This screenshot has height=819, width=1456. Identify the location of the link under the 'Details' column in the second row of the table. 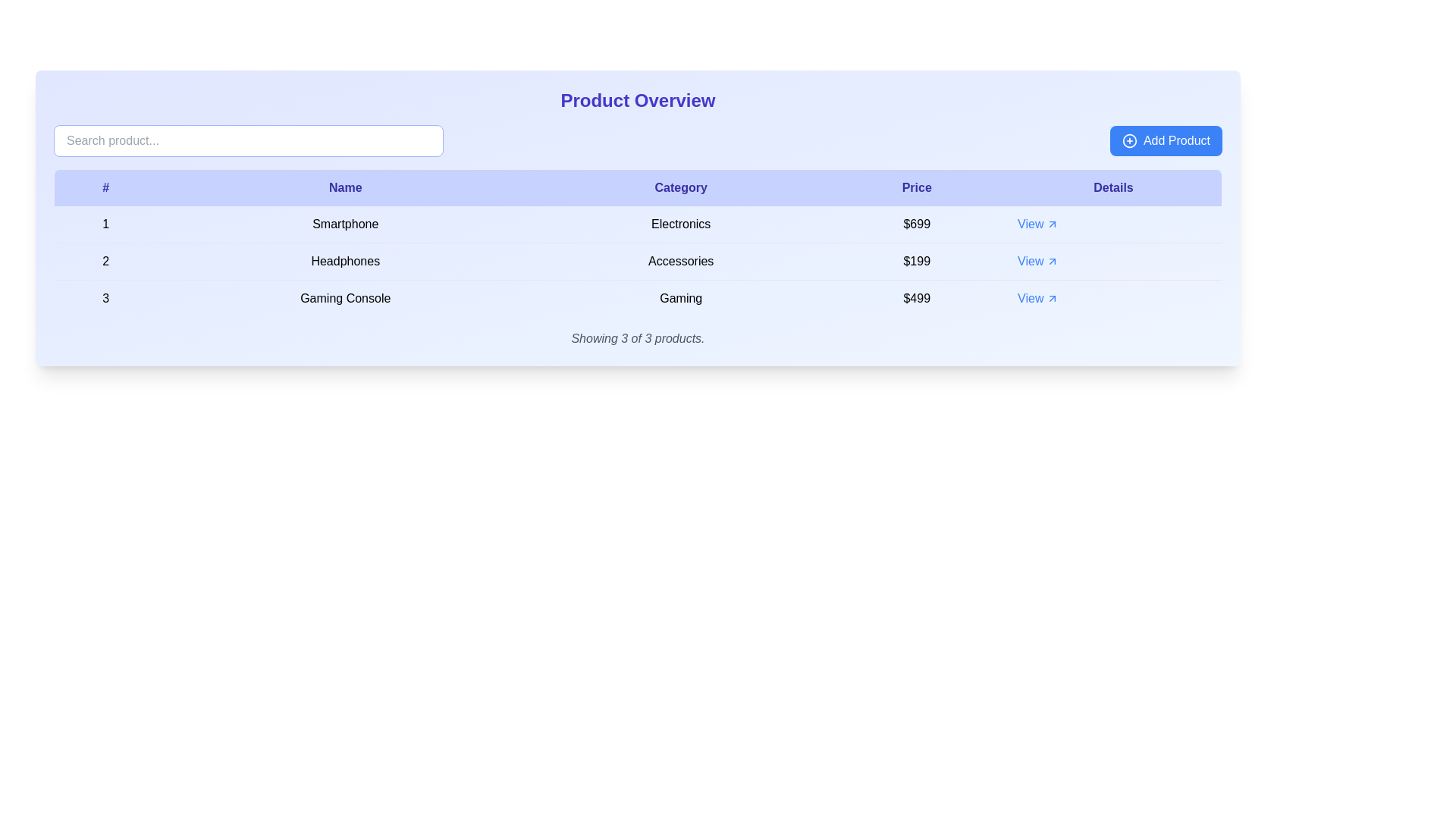
(1113, 260).